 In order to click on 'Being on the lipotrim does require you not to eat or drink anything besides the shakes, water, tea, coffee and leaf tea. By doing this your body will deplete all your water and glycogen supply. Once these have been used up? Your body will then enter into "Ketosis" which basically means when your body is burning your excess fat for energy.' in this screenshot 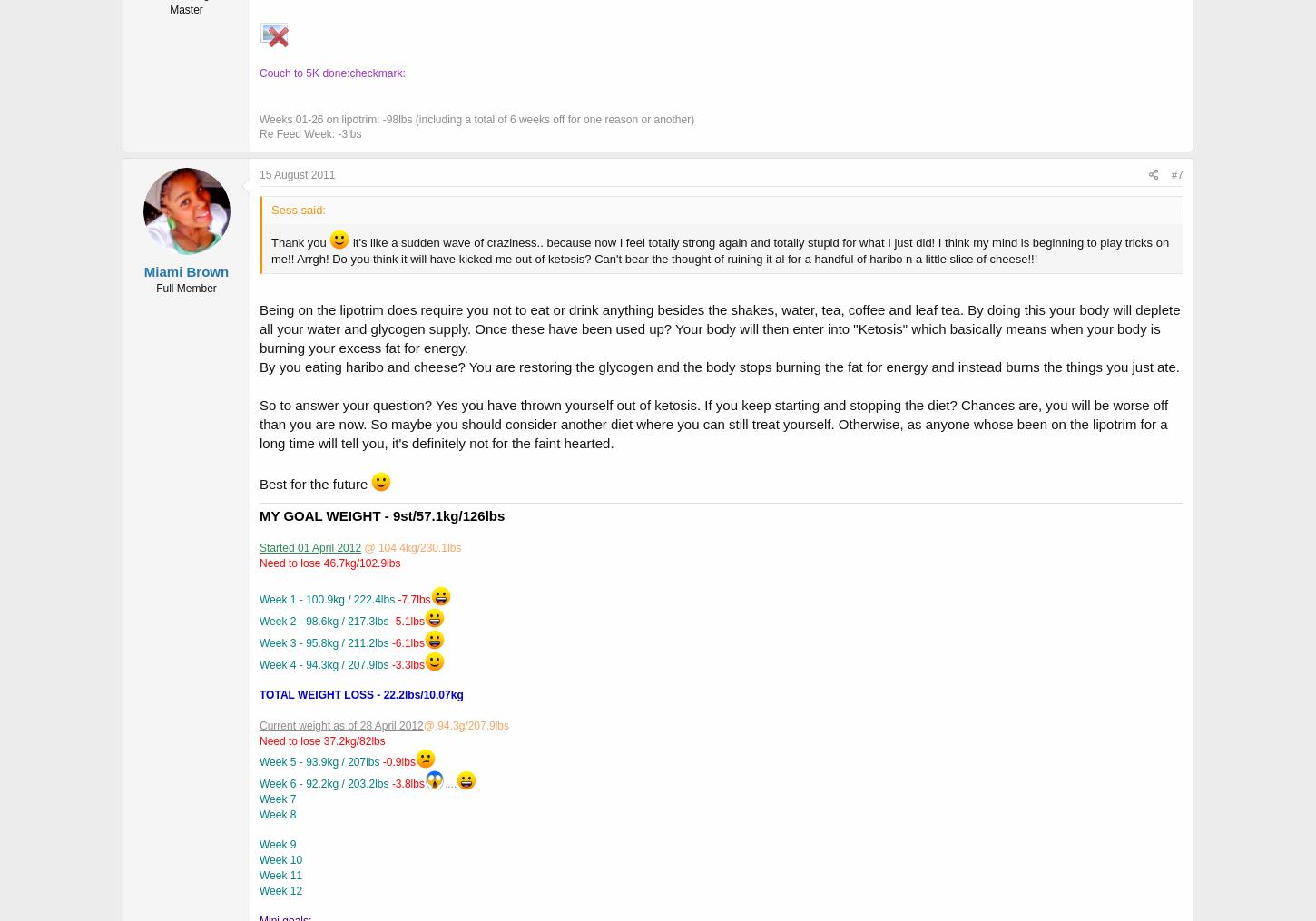, I will do `click(720, 327)`.